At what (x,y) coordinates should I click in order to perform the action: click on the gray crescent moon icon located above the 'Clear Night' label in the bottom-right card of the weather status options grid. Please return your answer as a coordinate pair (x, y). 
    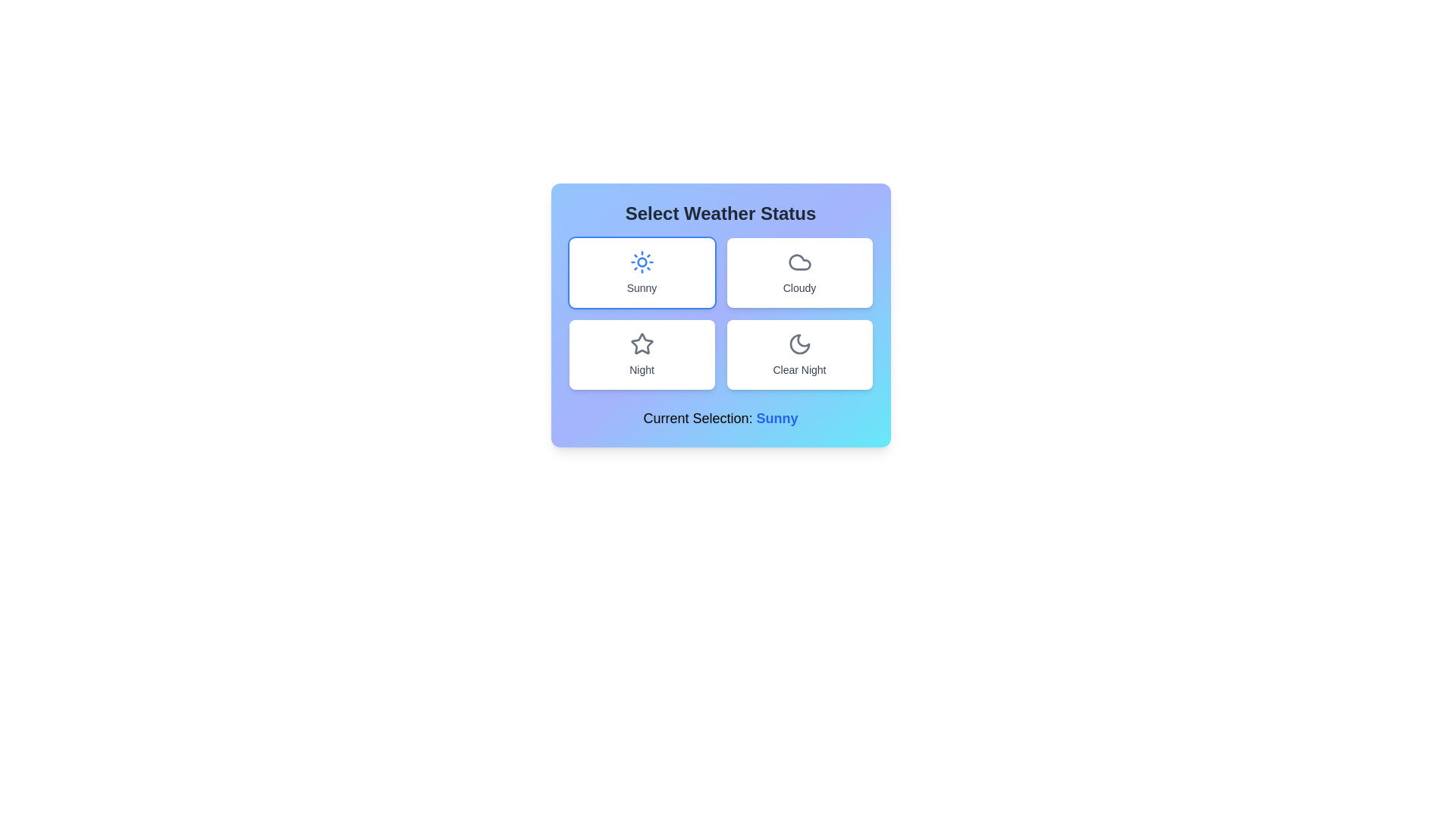
    Looking at the image, I should click on (799, 344).